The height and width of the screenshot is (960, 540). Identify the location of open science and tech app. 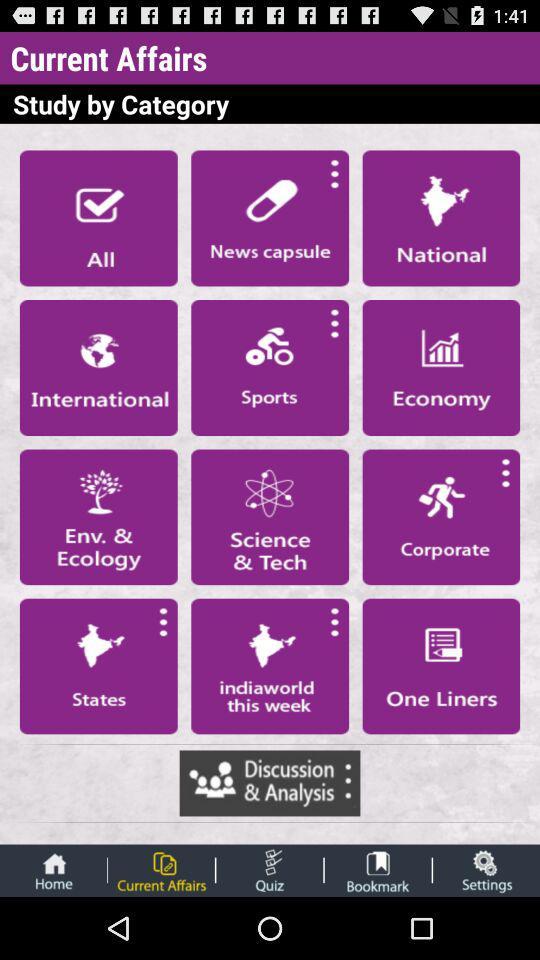
(270, 516).